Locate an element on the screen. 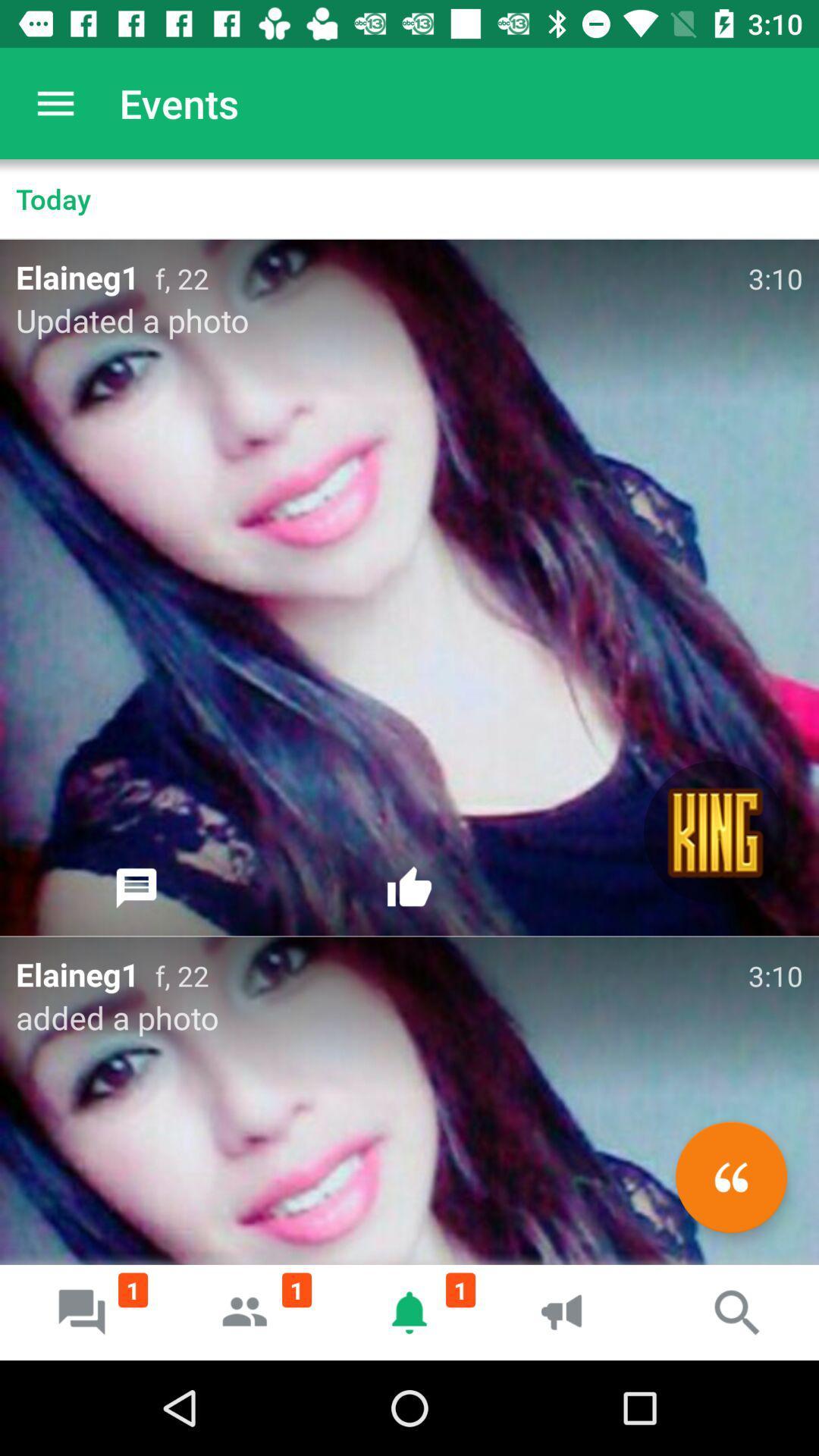 This screenshot has width=819, height=1456. send a message is located at coordinates (136, 888).